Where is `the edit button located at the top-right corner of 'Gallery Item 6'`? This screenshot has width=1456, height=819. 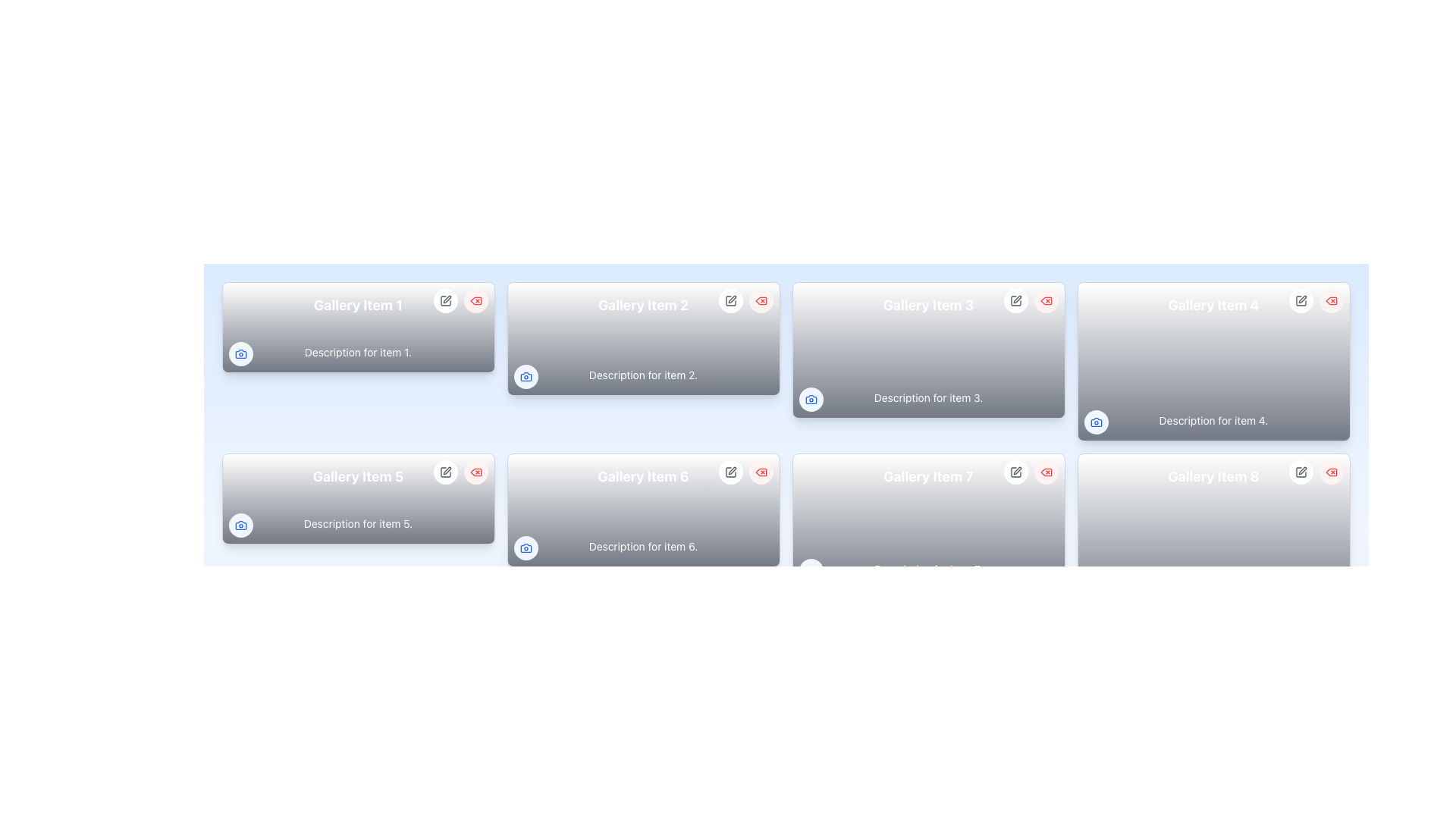
the edit button located at the top-right corner of 'Gallery Item 6' is located at coordinates (730, 472).